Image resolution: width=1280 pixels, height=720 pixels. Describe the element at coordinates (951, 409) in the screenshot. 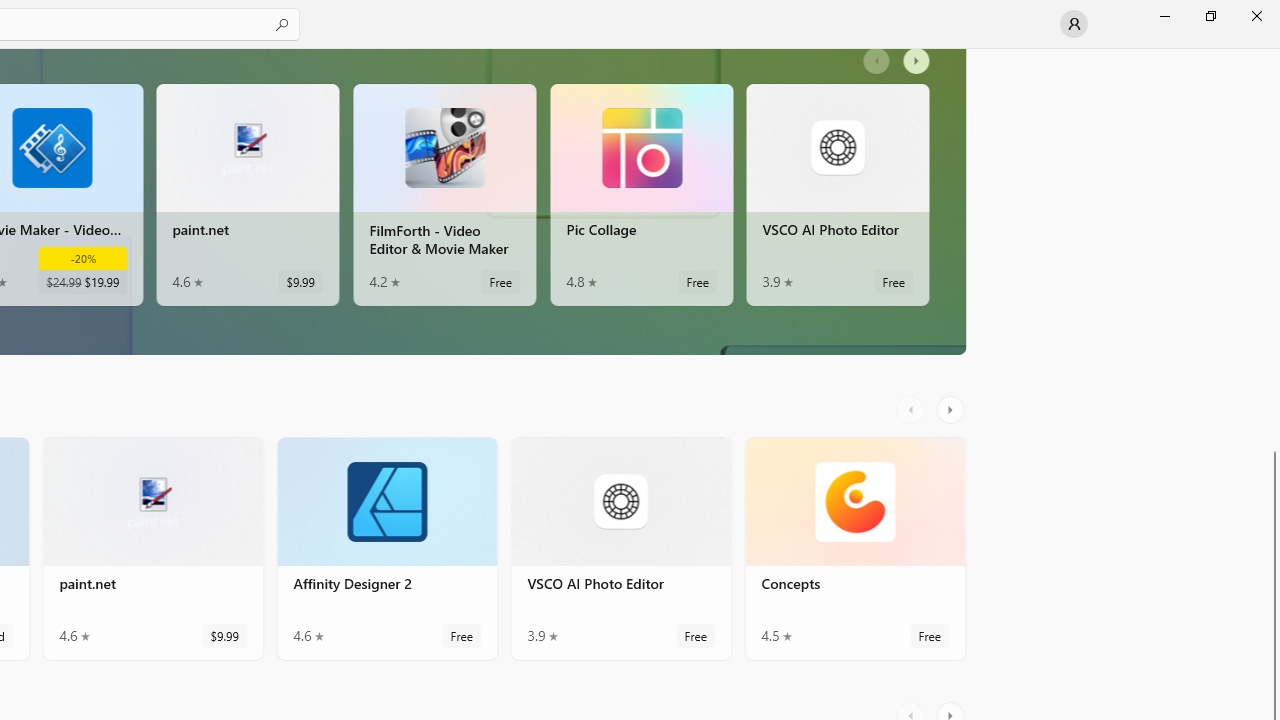

I see `'AutomationID: RightScrollButton'` at that location.